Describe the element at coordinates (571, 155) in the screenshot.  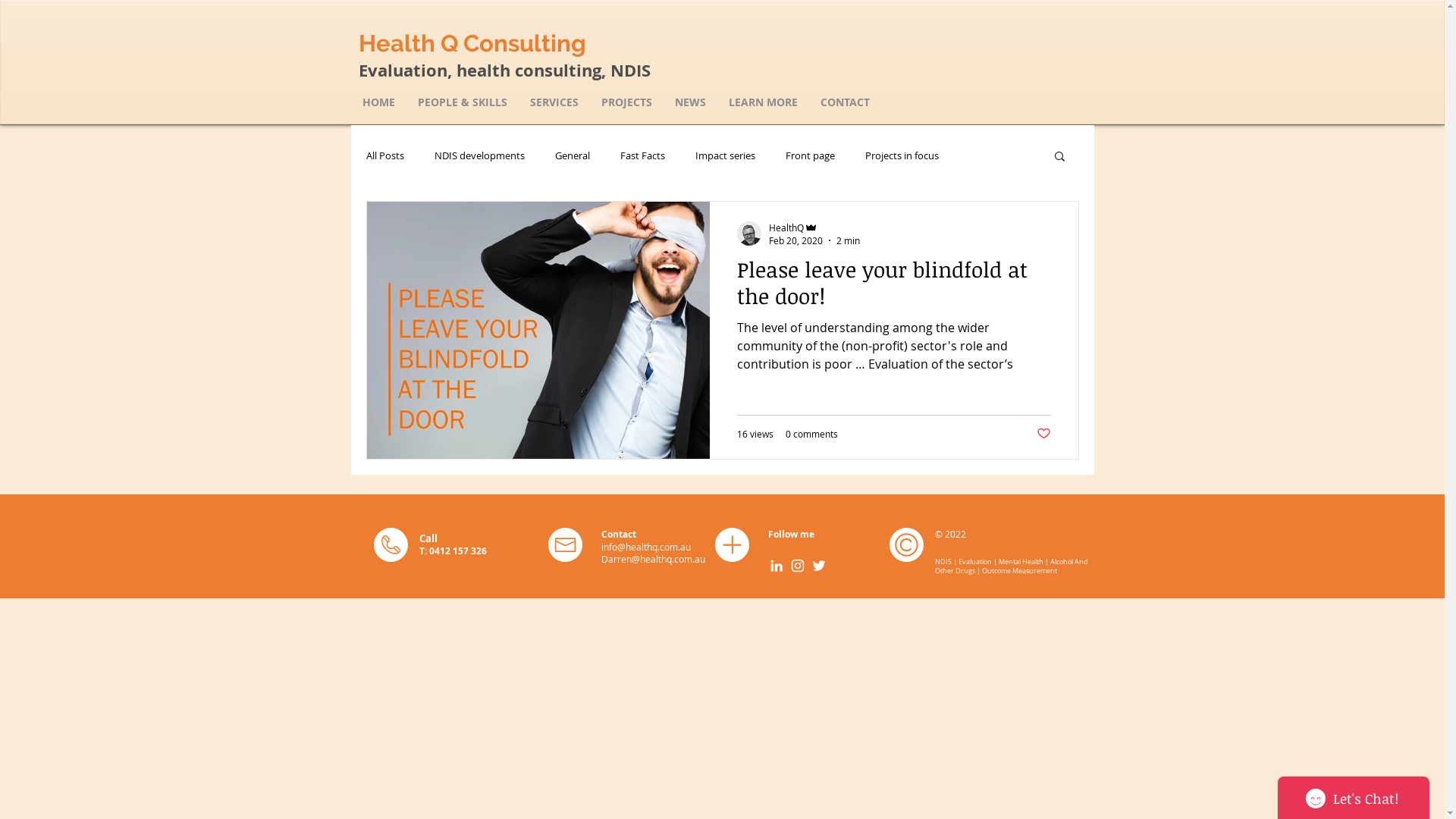
I see `'General'` at that location.